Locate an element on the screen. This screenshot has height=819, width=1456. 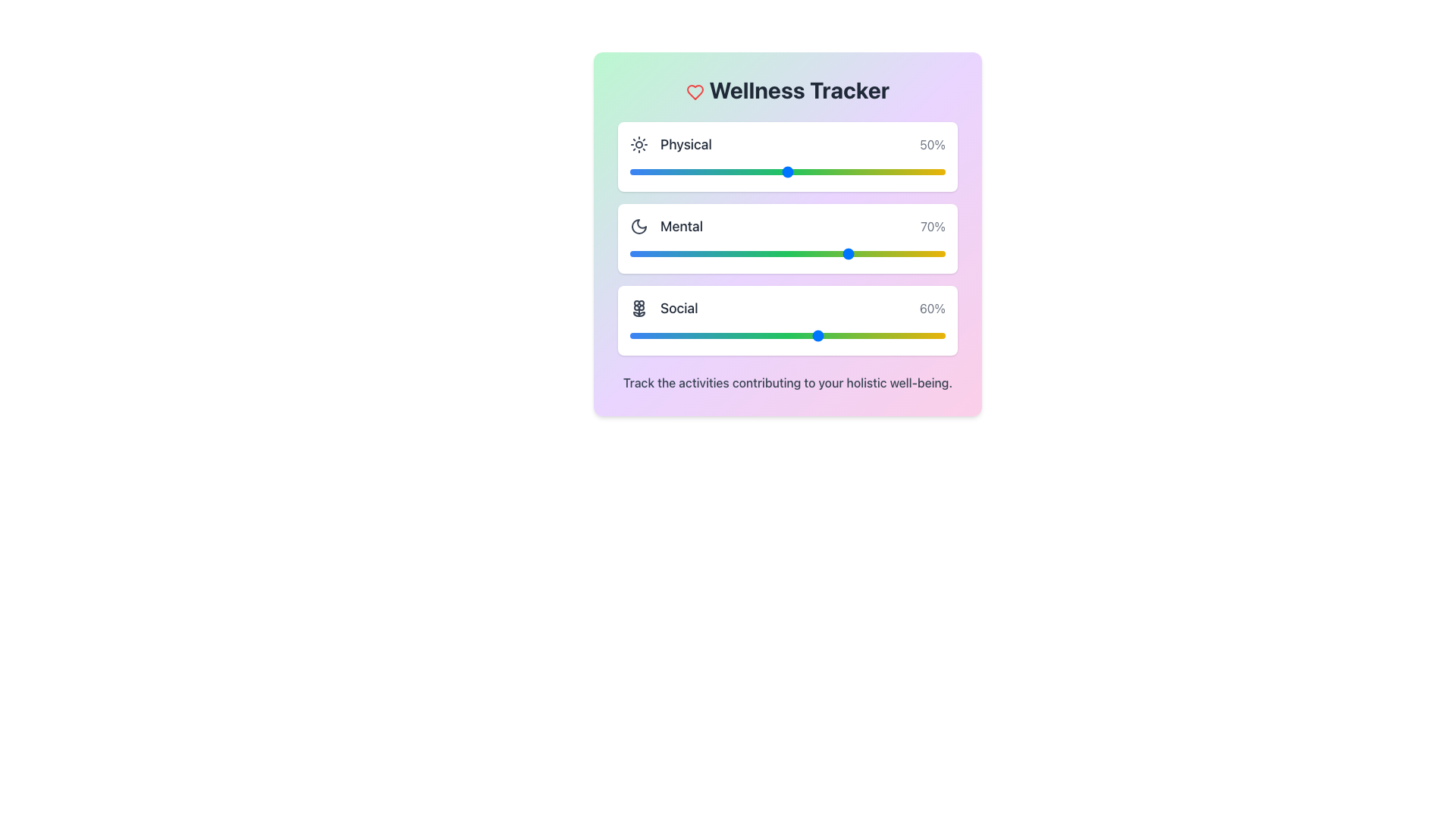
the slider is located at coordinates (799, 253).